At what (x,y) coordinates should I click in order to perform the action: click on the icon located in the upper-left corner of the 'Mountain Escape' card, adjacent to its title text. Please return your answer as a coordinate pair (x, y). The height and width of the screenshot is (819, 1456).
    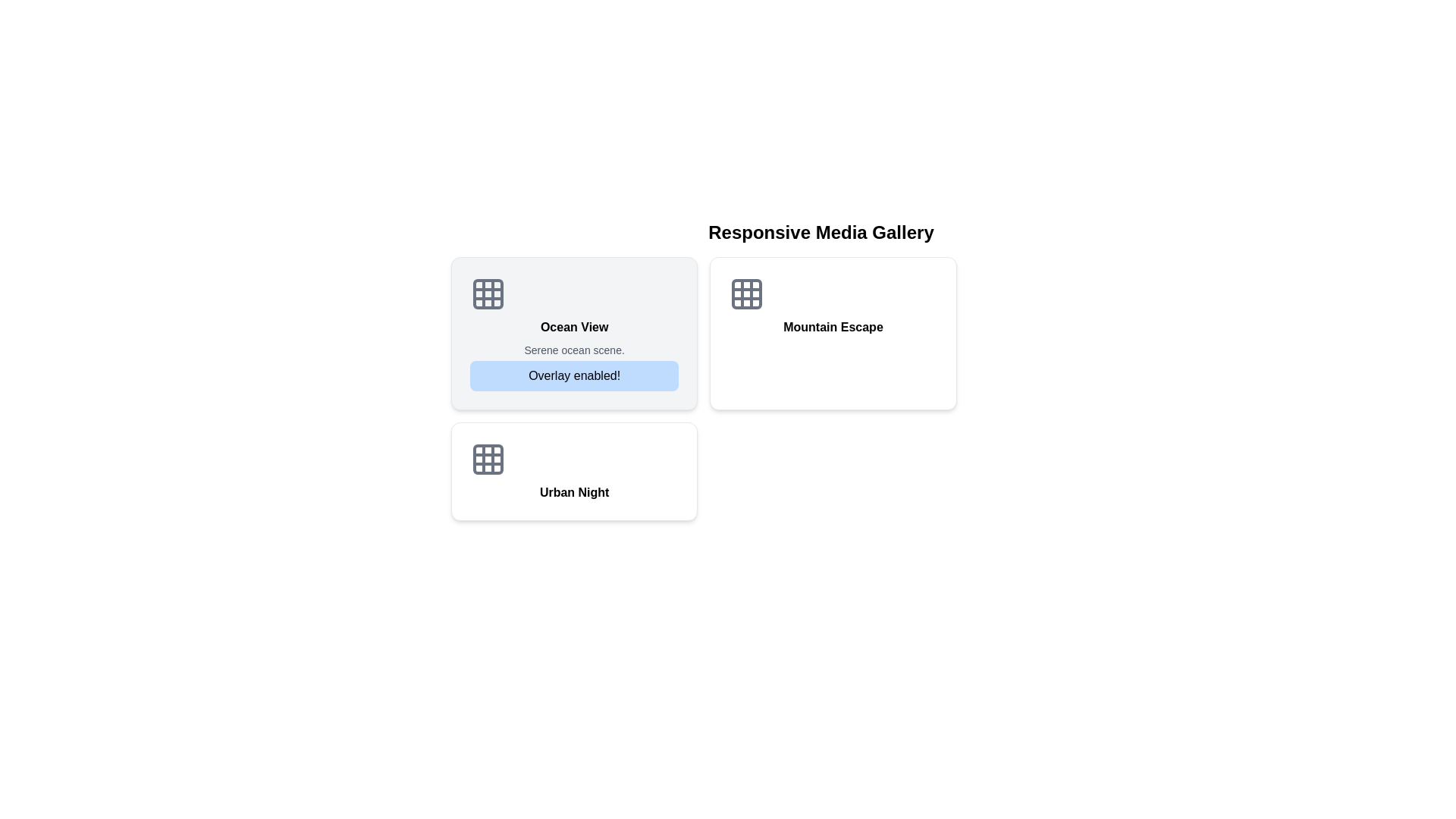
    Looking at the image, I should click on (747, 294).